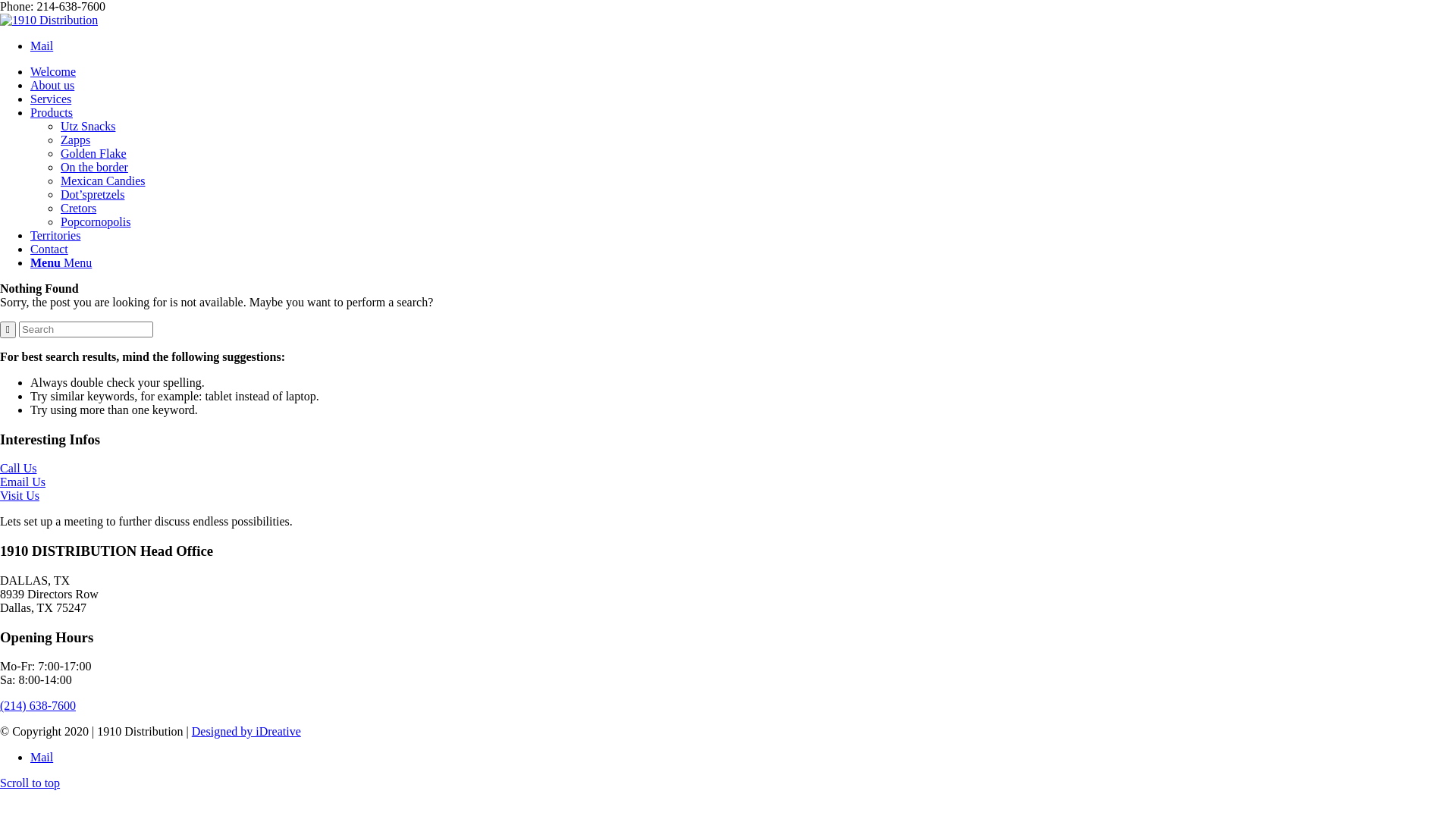 This screenshot has height=819, width=1456. What do you see at coordinates (30, 783) in the screenshot?
I see `'Scroll to top'` at bounding box center [30, 783].